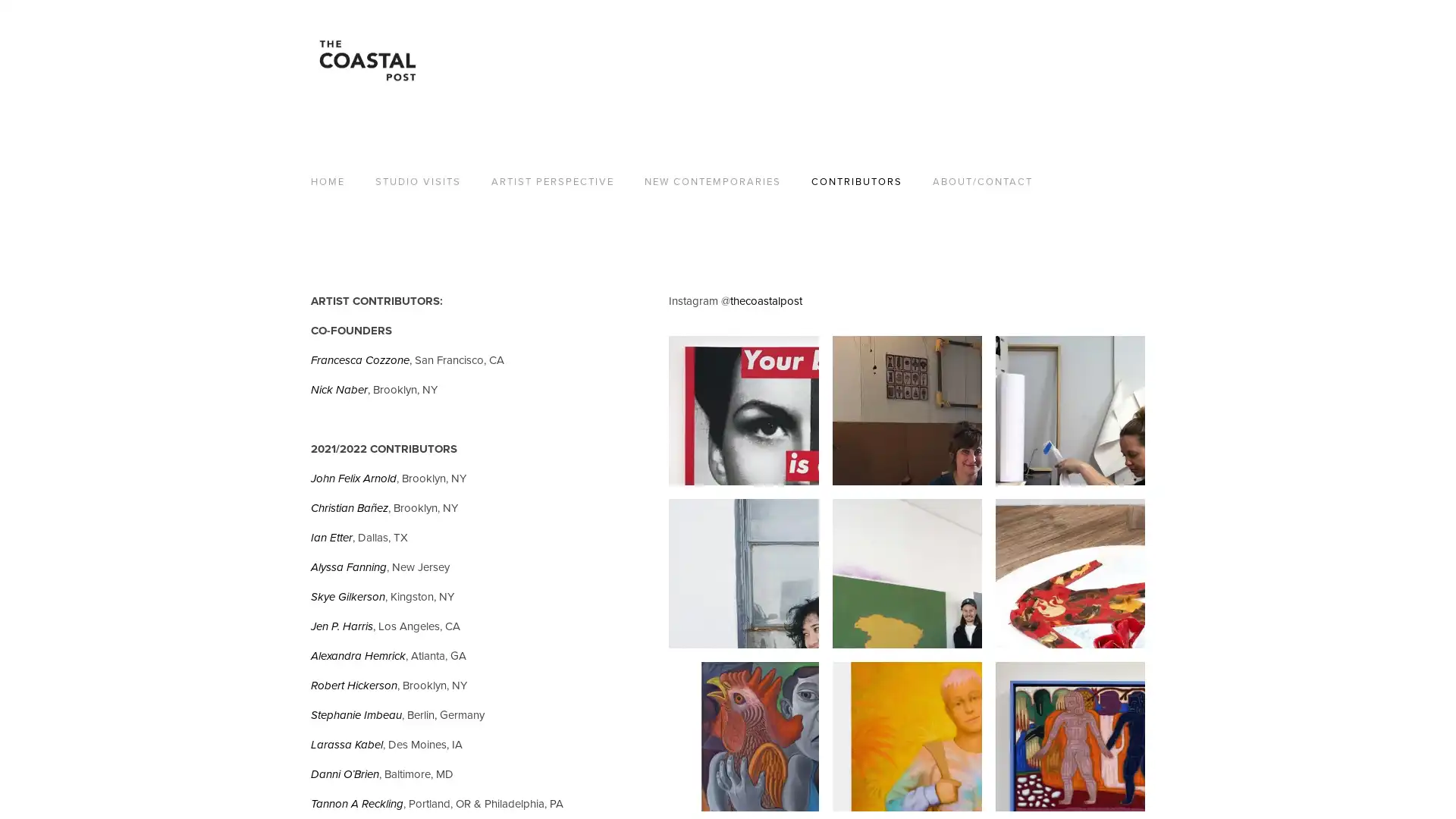 The width and height of the screenshot is (1456, 819). Describe the element at coordinates (906, 410) in the screenshot. I see `View fullsize Contributor Jen P. Harris caught up with artist Jenny Yurshansky, fresh off her recent solo show at American Jewish University: &ldquo;A Legacy of Loss: There Were No Roses There,&rdquo; a meditation on diaspora, intergenerational trauma, and the nat` at that location.